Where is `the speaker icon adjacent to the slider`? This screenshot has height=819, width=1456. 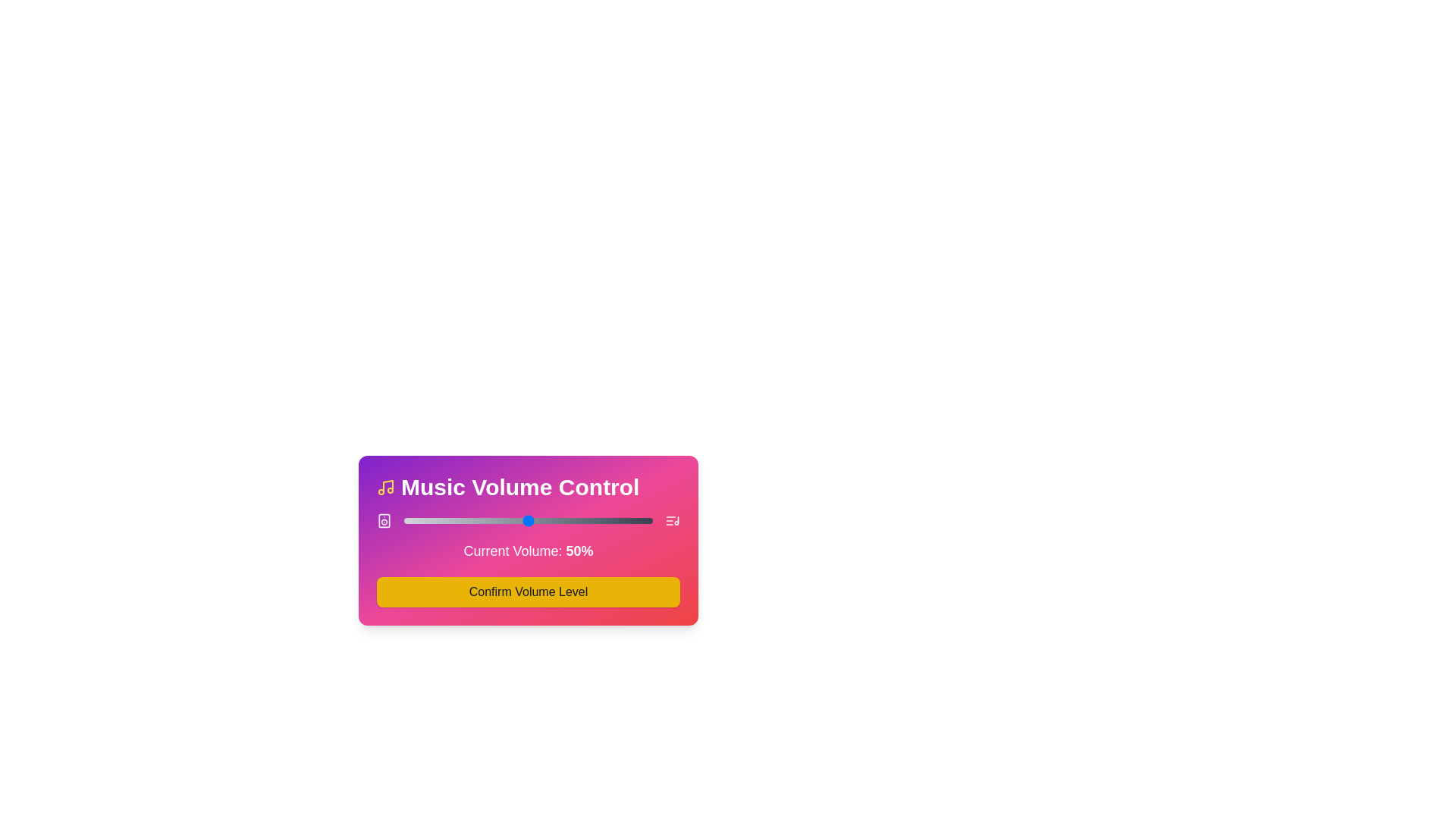 the speaker icon adjacent to the slider is located at coordinates (384, 519).